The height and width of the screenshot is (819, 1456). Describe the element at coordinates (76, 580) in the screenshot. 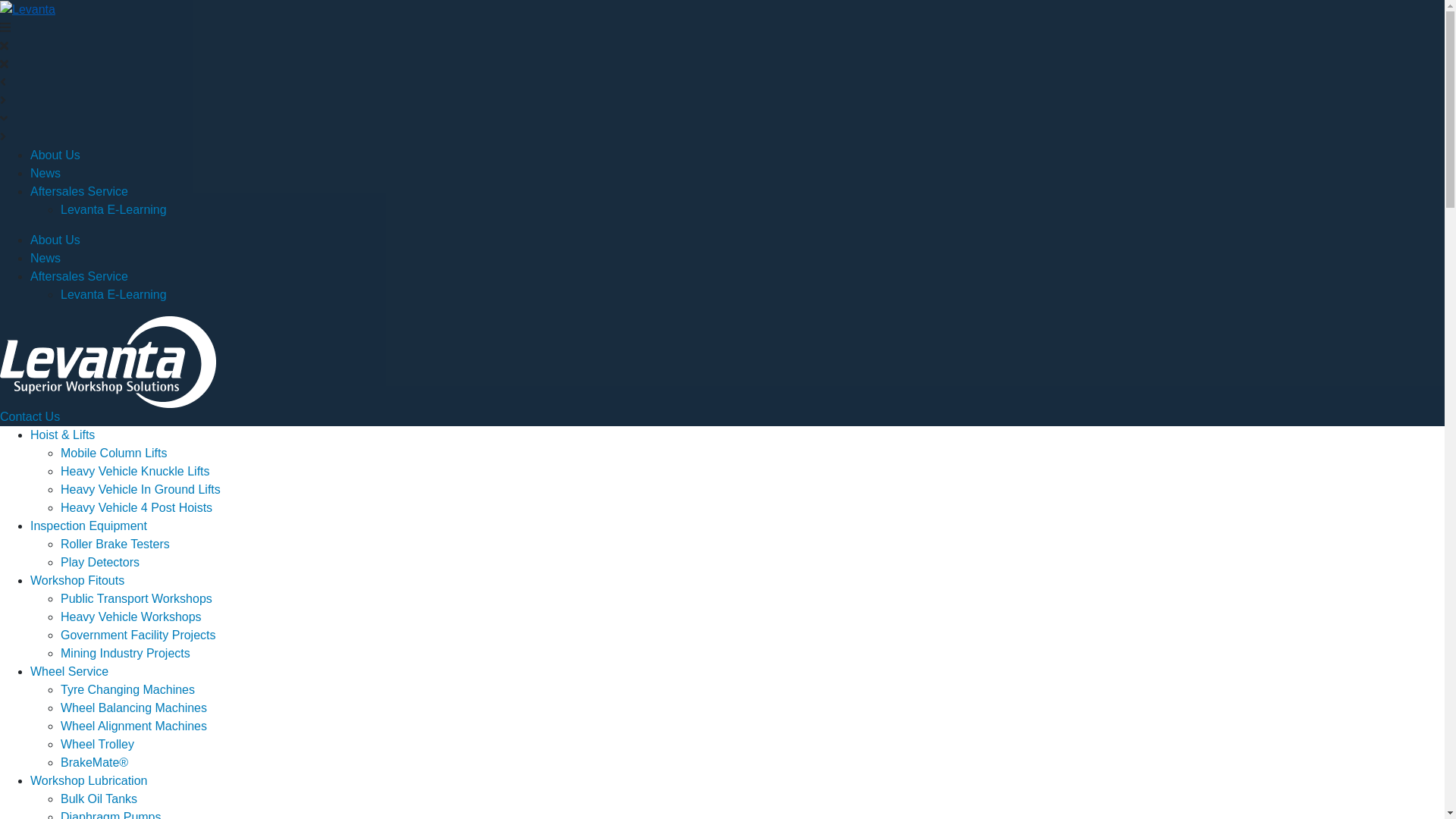

I see `'Workshop Fitouts'` at that location.